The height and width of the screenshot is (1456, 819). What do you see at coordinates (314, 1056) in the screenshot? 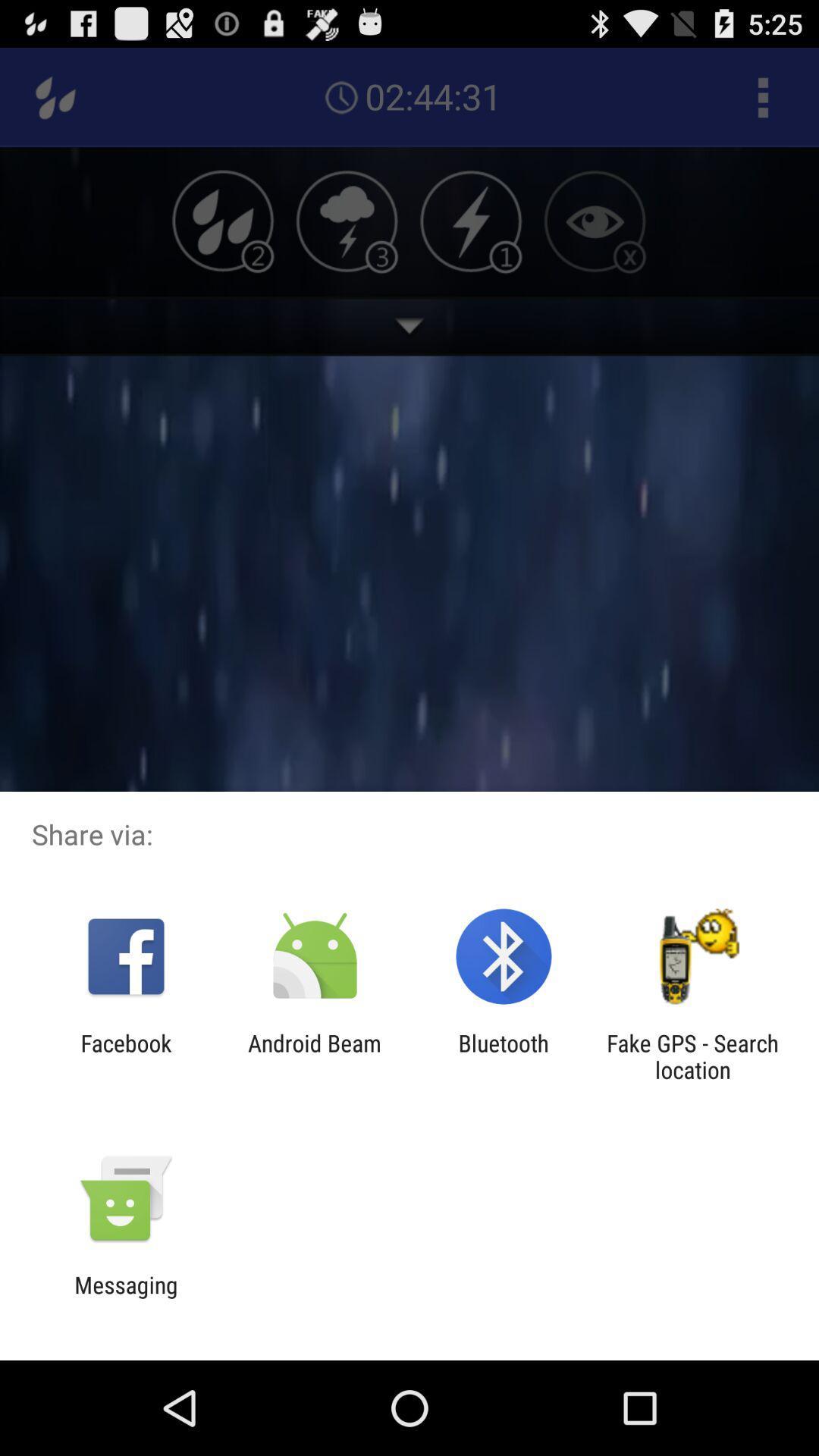
I see `android beam app` at bounding box center [314, 1056].